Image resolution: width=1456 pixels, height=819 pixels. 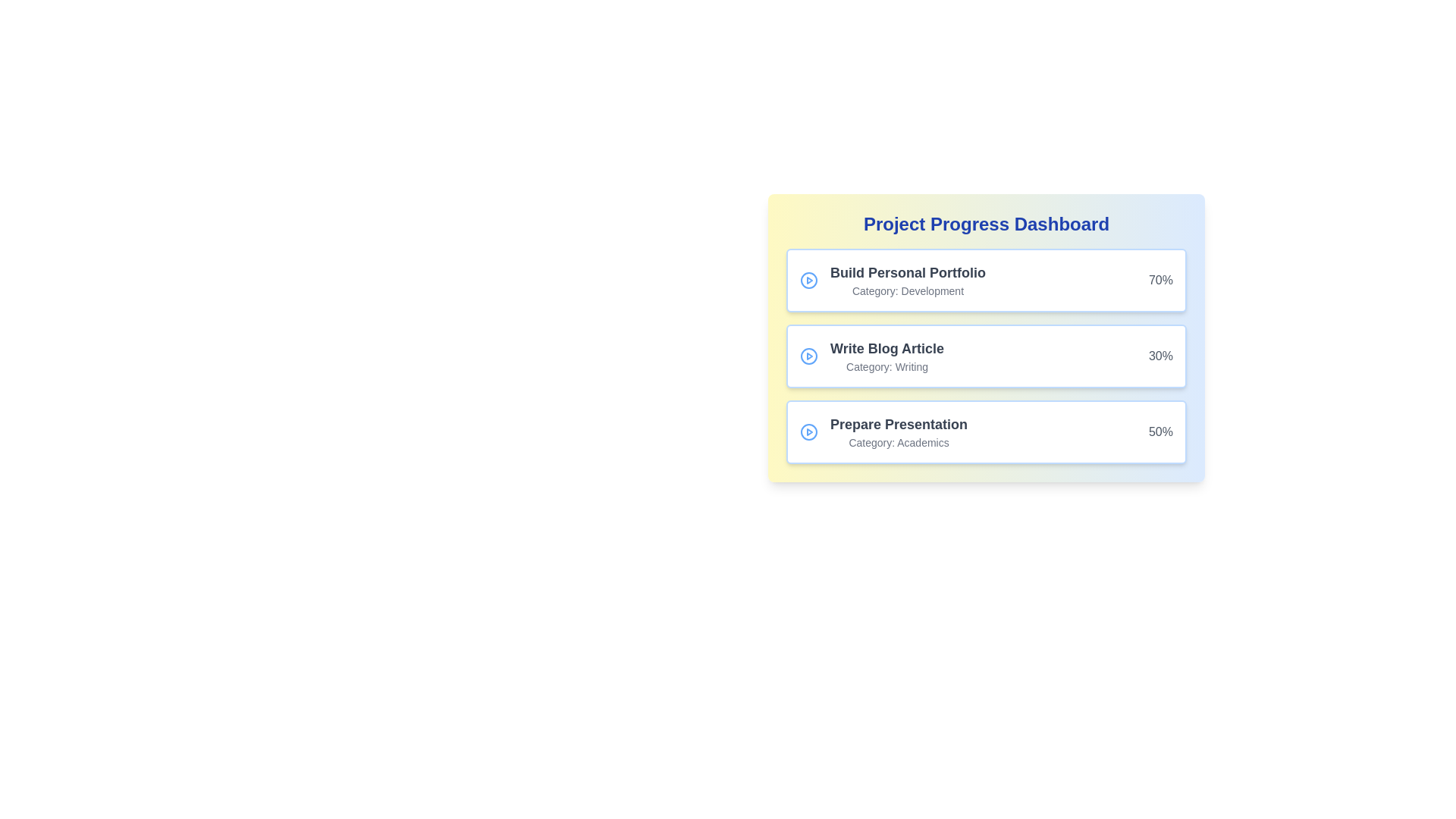 I want to click on the text label 'Build Personal Portfolio', so click(x=908, y=281).